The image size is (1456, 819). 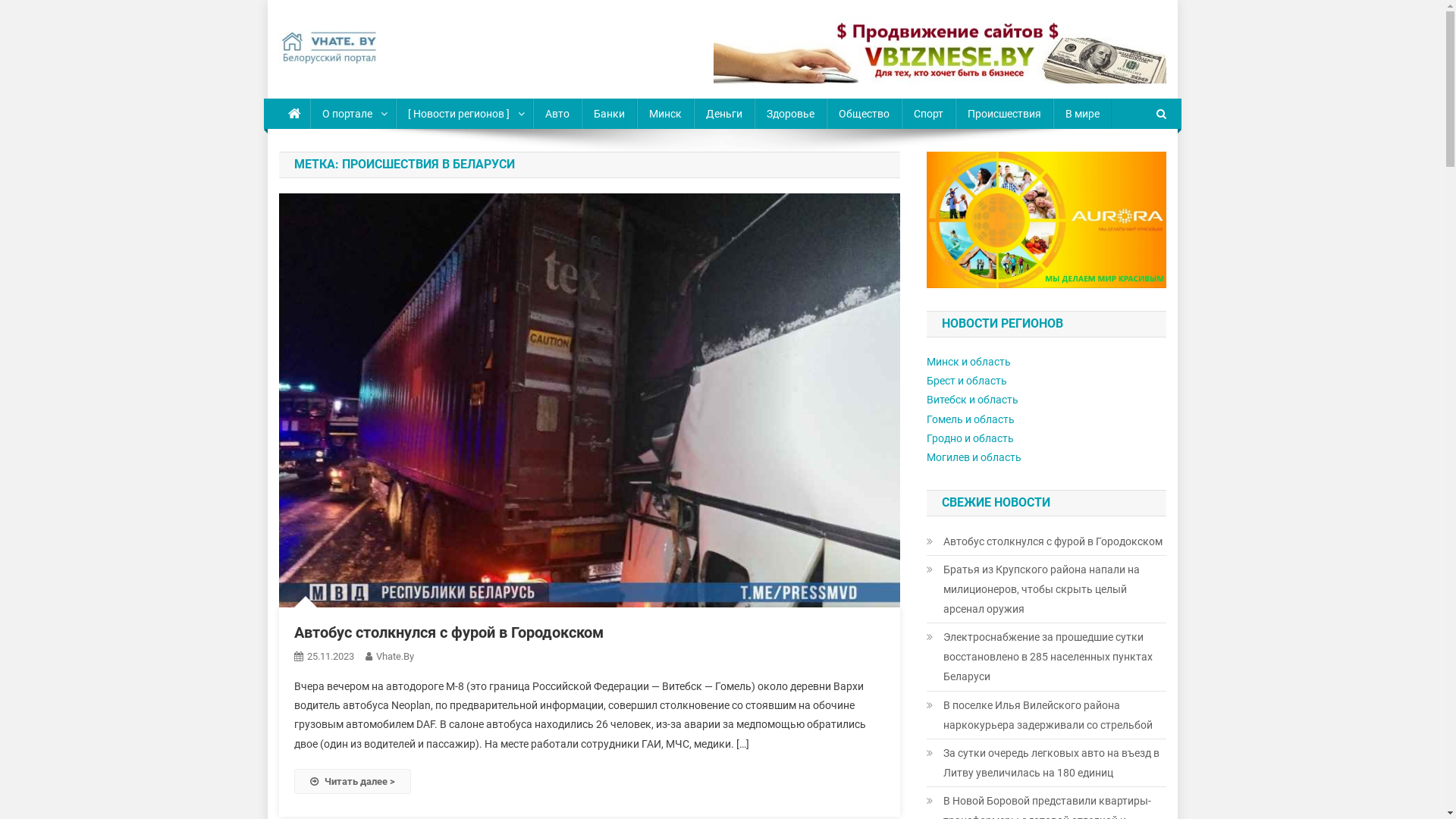 What do you see at coordinates (395, 655) in the screenshot?
I see `'Vhate.By'` at bounding box center [395, 655].